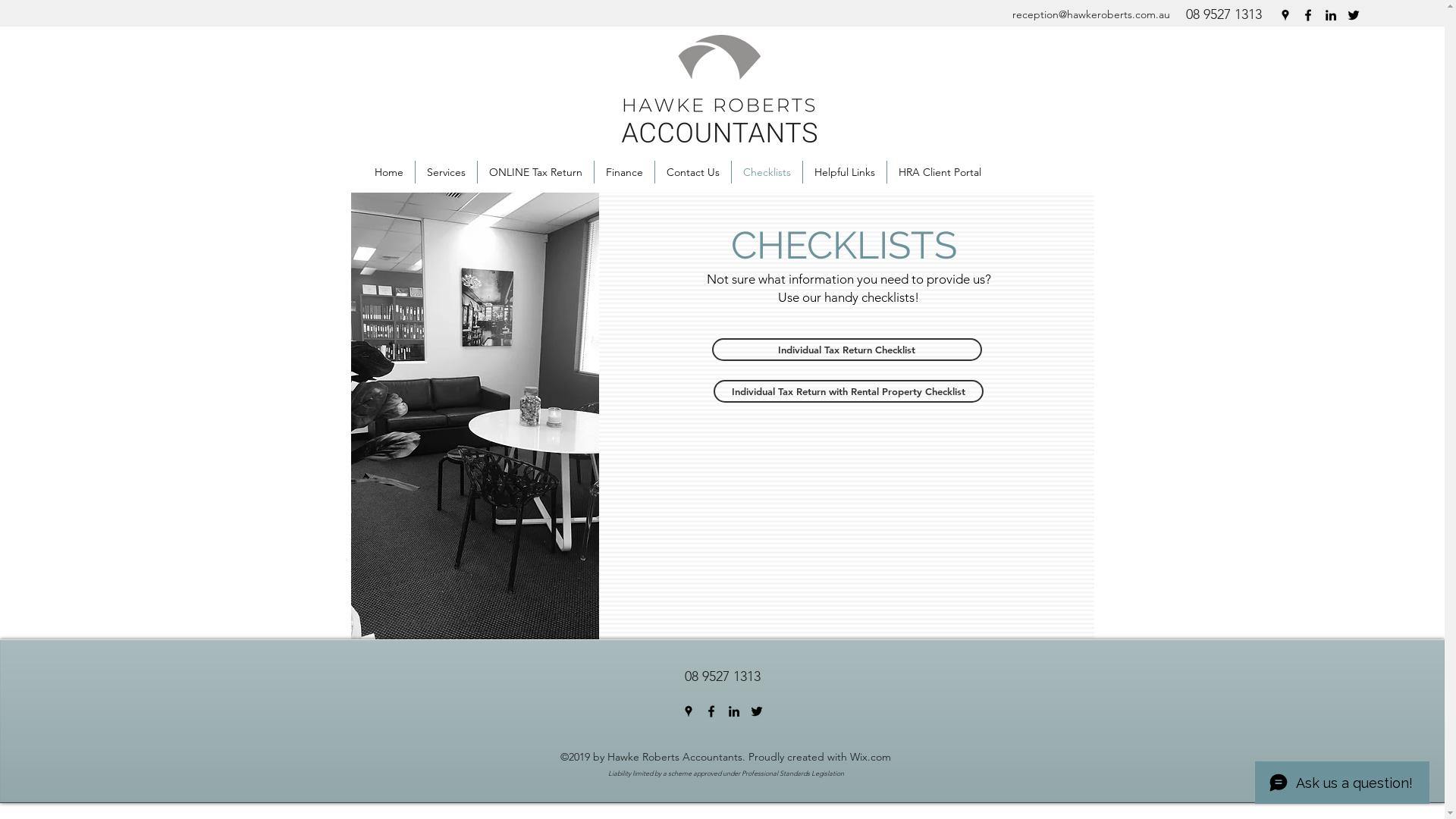  Describe the element at coordinates (767, 171) in the screenshot. I see `'Checklists'` at that location.